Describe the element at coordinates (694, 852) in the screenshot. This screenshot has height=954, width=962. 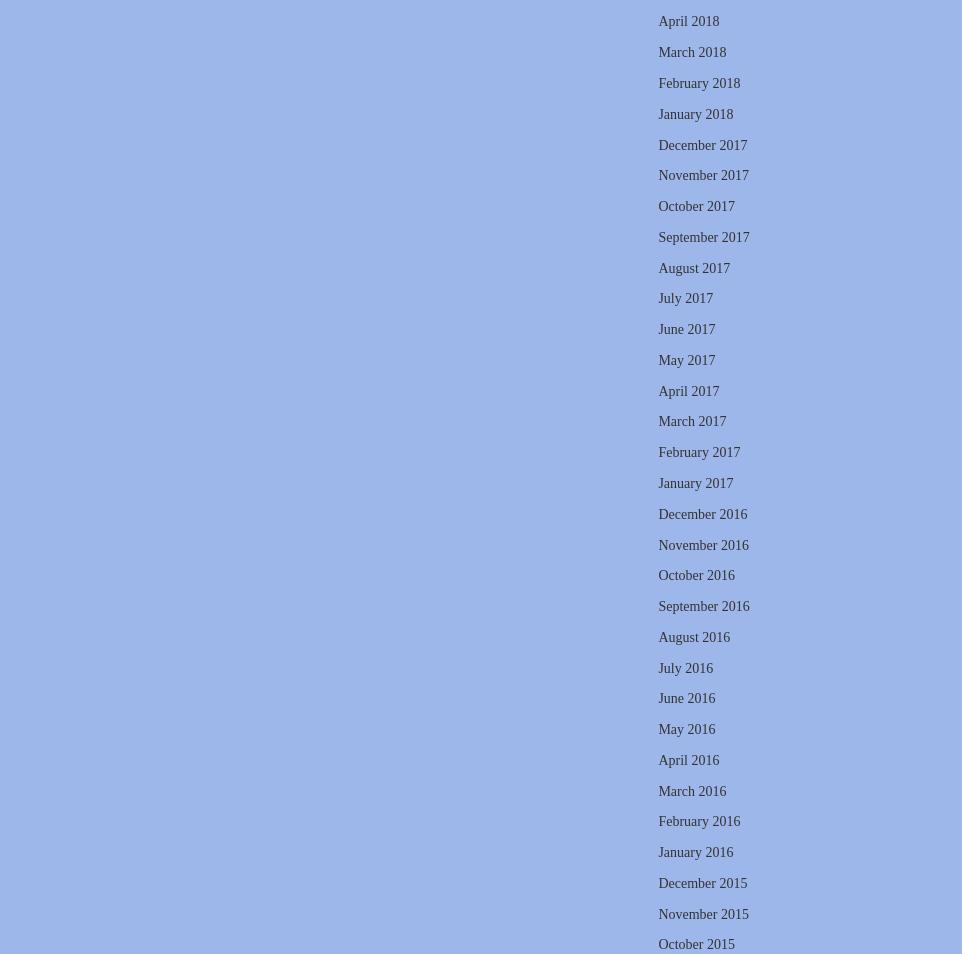
I see `'January 2016'` at that location.